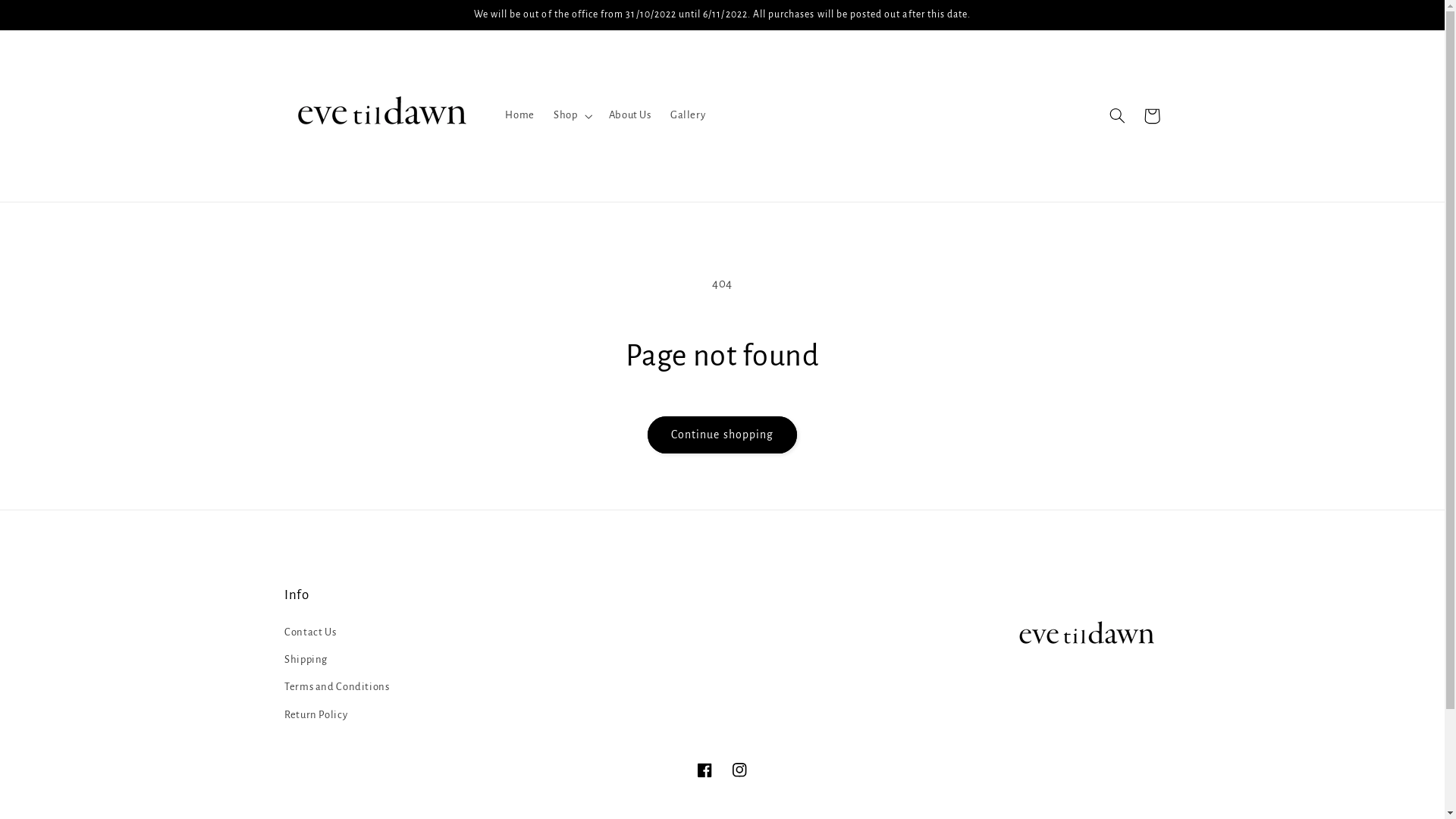 Image resolution: width=1456 pixels, height=819 pixels. What do you see at coordinates (336, 687) in the screenshot?
I see `'Terms and Conditions'` at bounding box center [336, 687].